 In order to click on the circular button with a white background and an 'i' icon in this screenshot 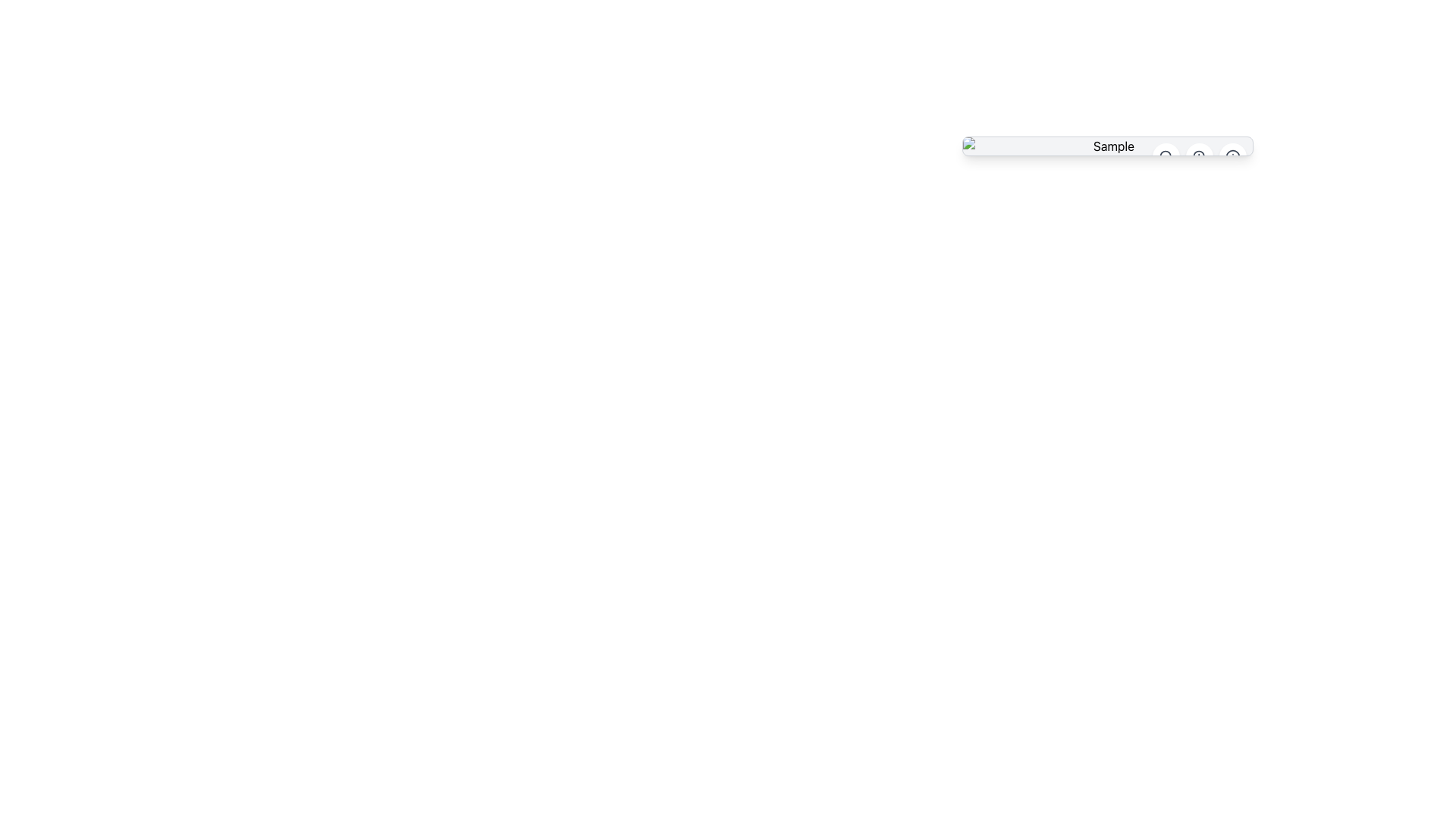, I will do `click(1233, 157)`.